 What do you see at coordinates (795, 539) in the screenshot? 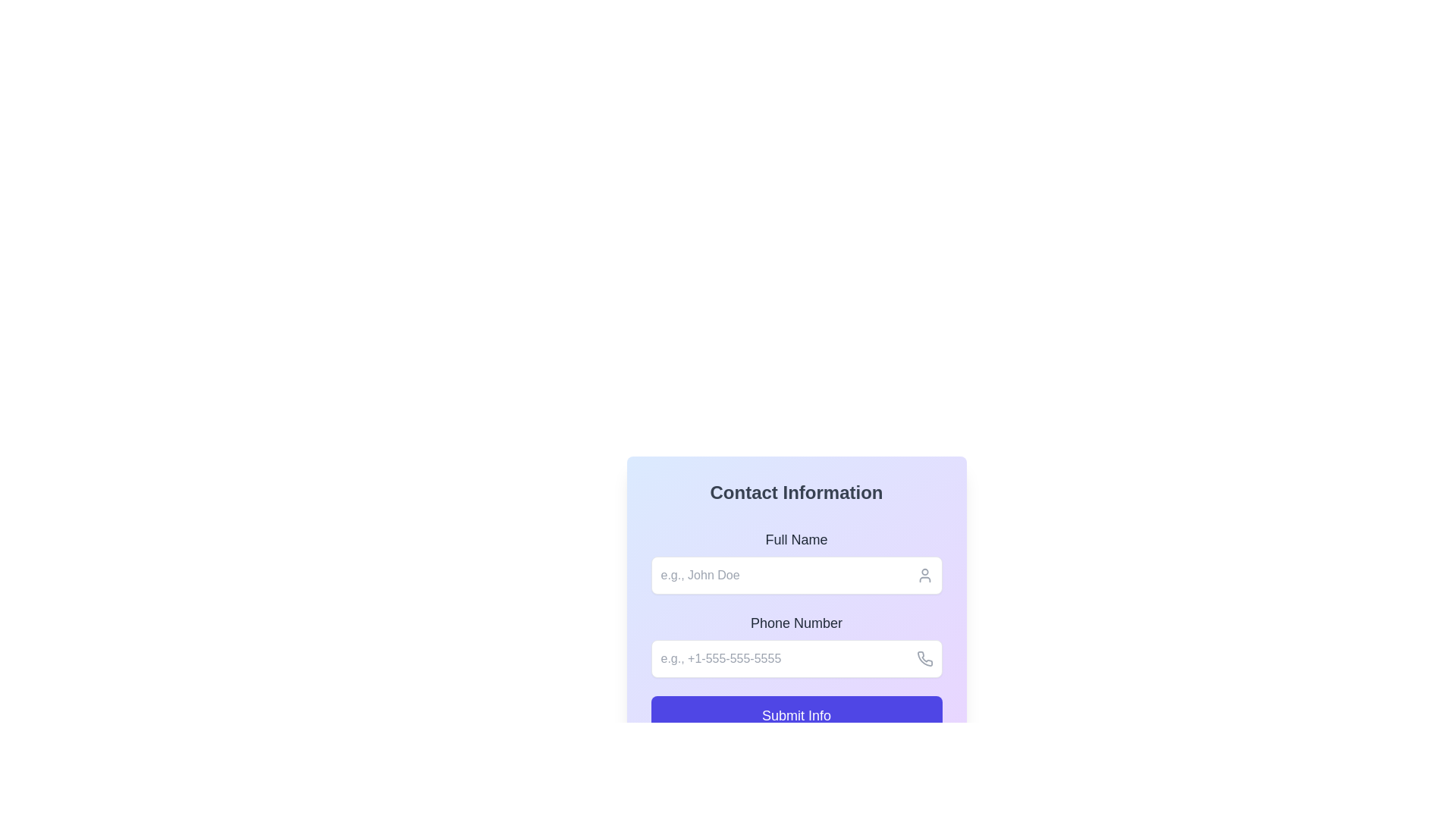
I see `the label for entering the full name, which is located under the section title 'Contact Information' in the form interface` at bounding box center [795, 539].